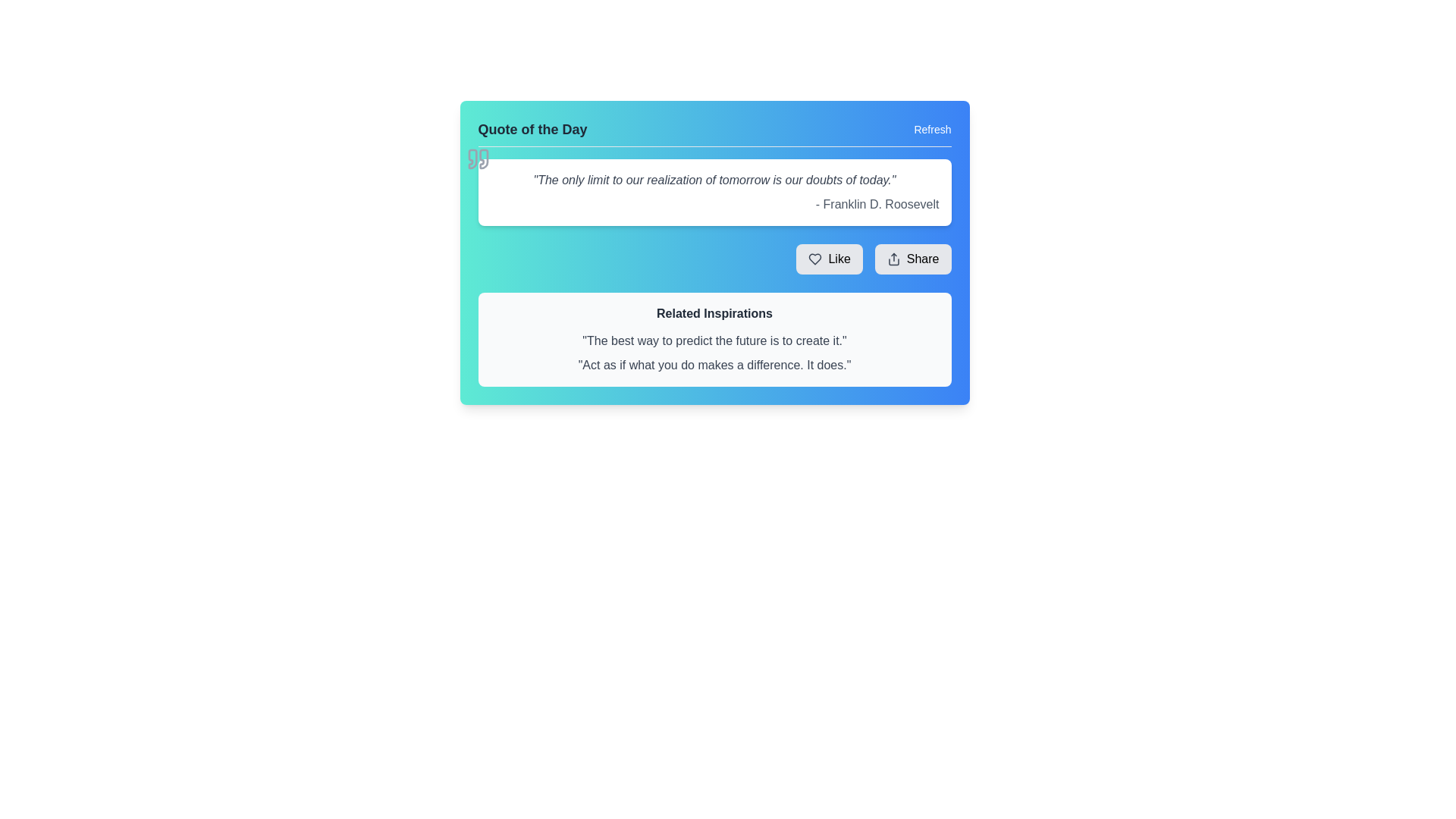 The height and width of the screenshot is (819, 1456). I want to click on the share button located in the bottom-right corner of the quote card interface, which is the second button next to the 'Like' button, to share the content, so click(912, 259).